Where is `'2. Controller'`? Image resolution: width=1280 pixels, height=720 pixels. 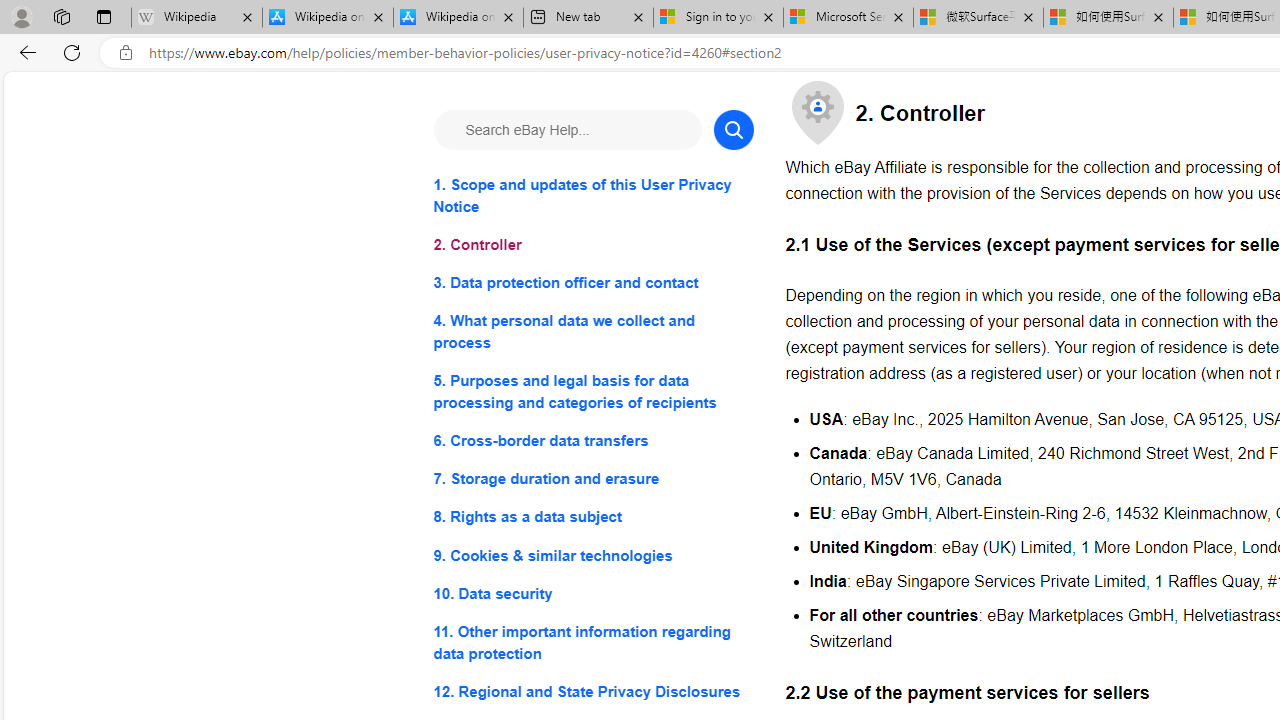 '2. Controller' is located at coordinates (592, 244).